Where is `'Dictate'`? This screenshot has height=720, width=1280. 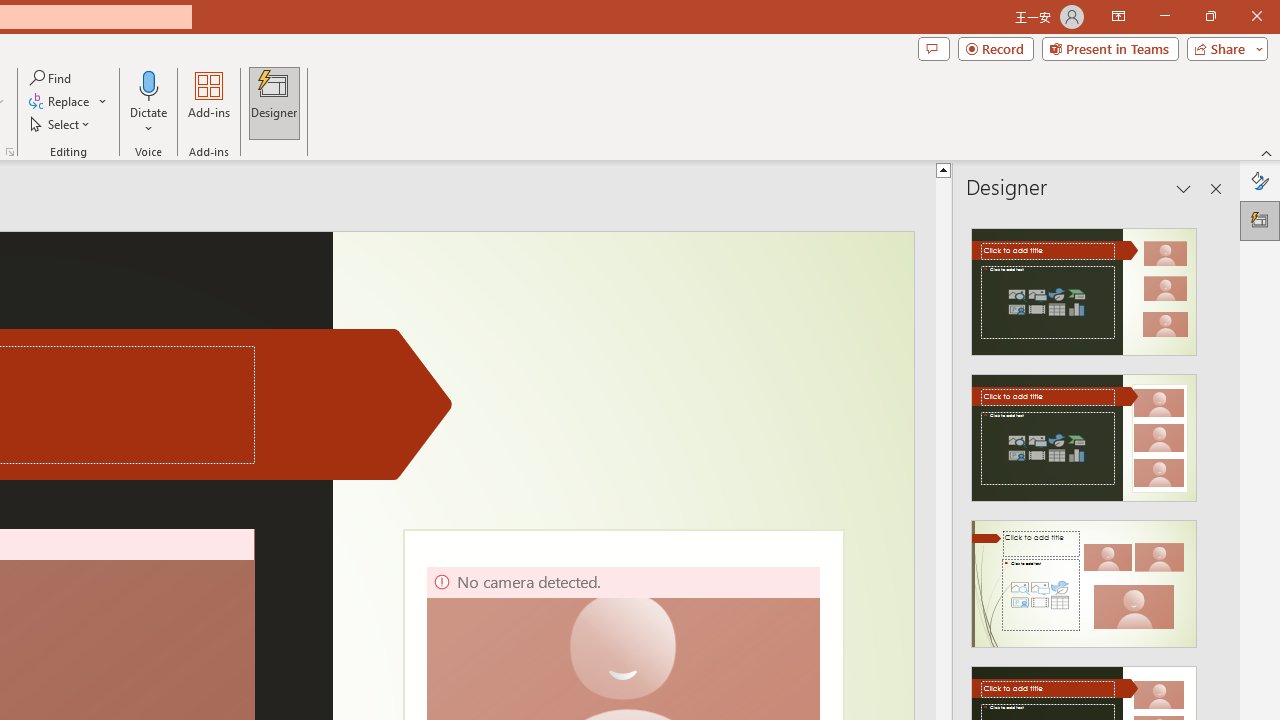 'Dictate' is located at coordinates (148, 103).